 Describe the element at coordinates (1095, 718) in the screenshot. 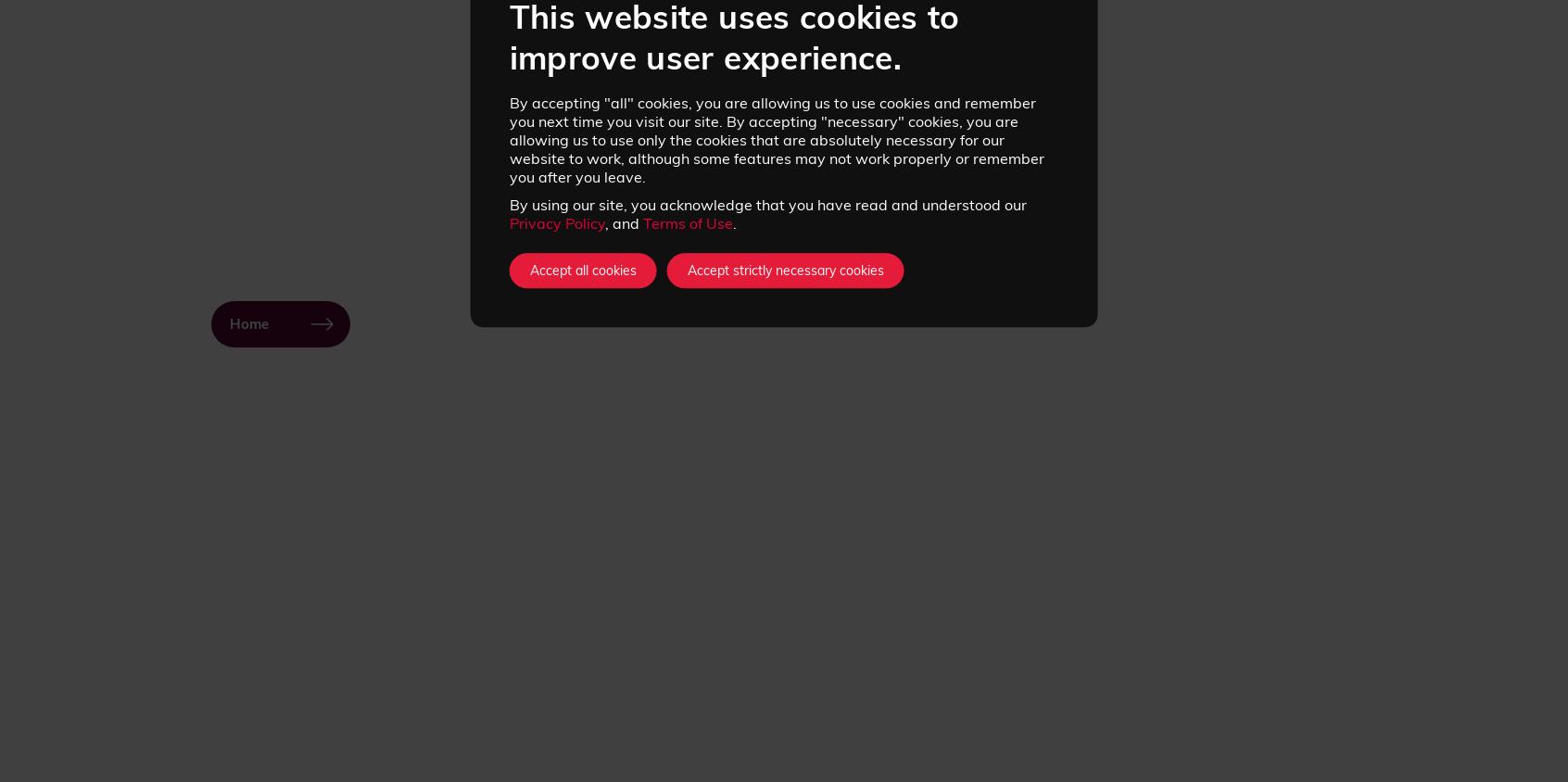

I see `'Facebook'` at that location.